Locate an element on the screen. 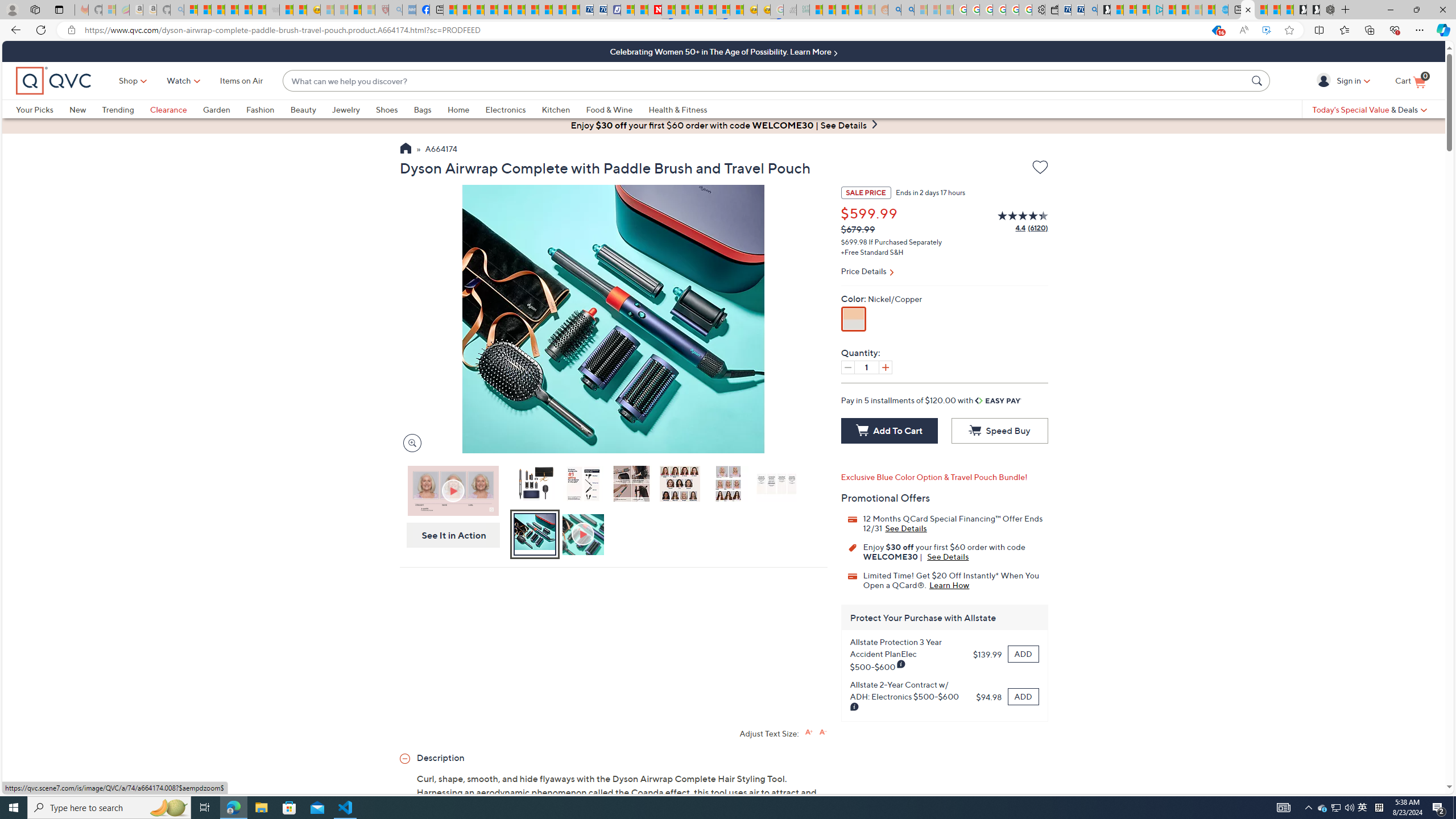 The height and width of the screenshot is (819, 1456). 'Food & Wine' is located at coordinates (617, 109).